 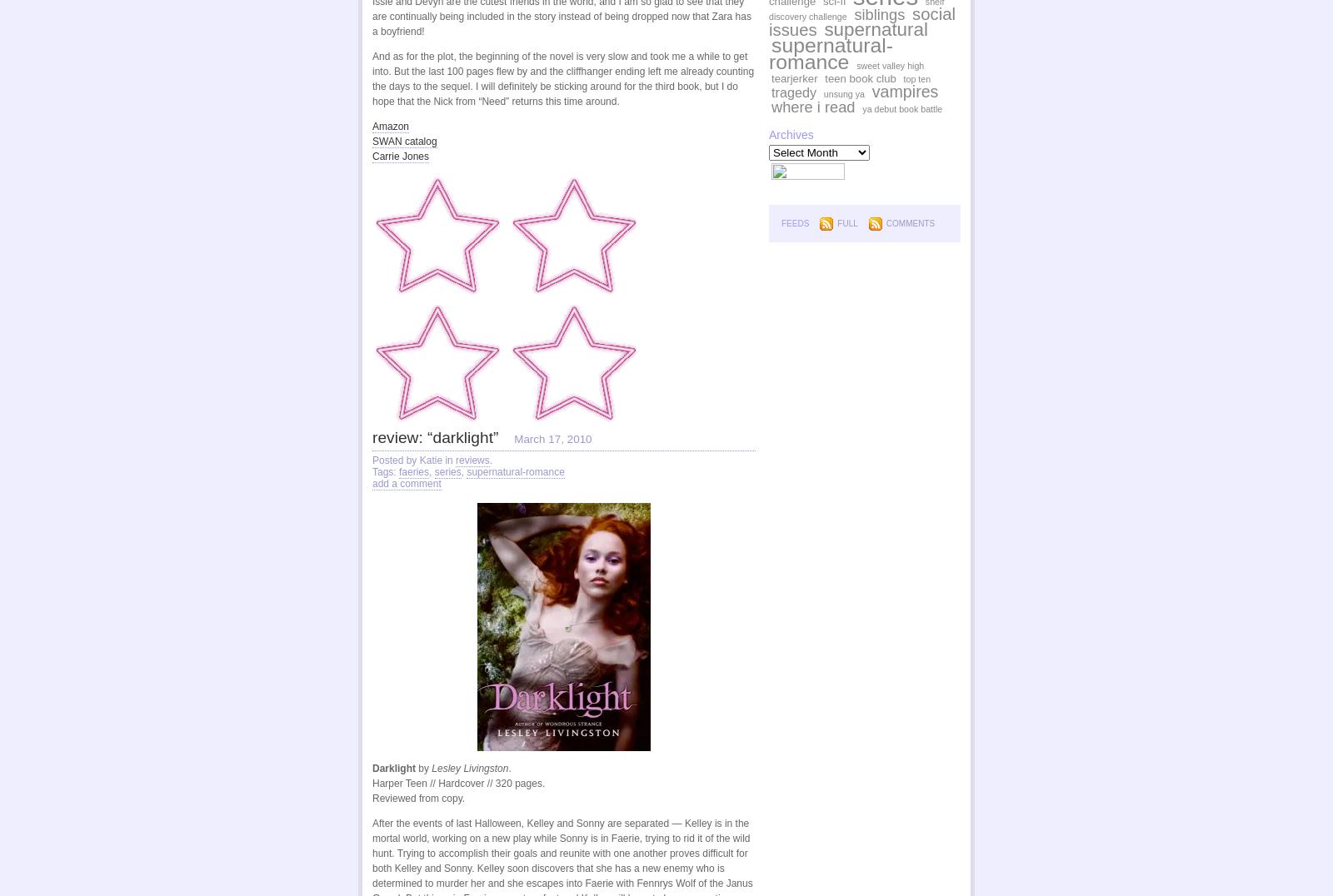 I want to click on 'Darklight', so click(x=372, y=767).